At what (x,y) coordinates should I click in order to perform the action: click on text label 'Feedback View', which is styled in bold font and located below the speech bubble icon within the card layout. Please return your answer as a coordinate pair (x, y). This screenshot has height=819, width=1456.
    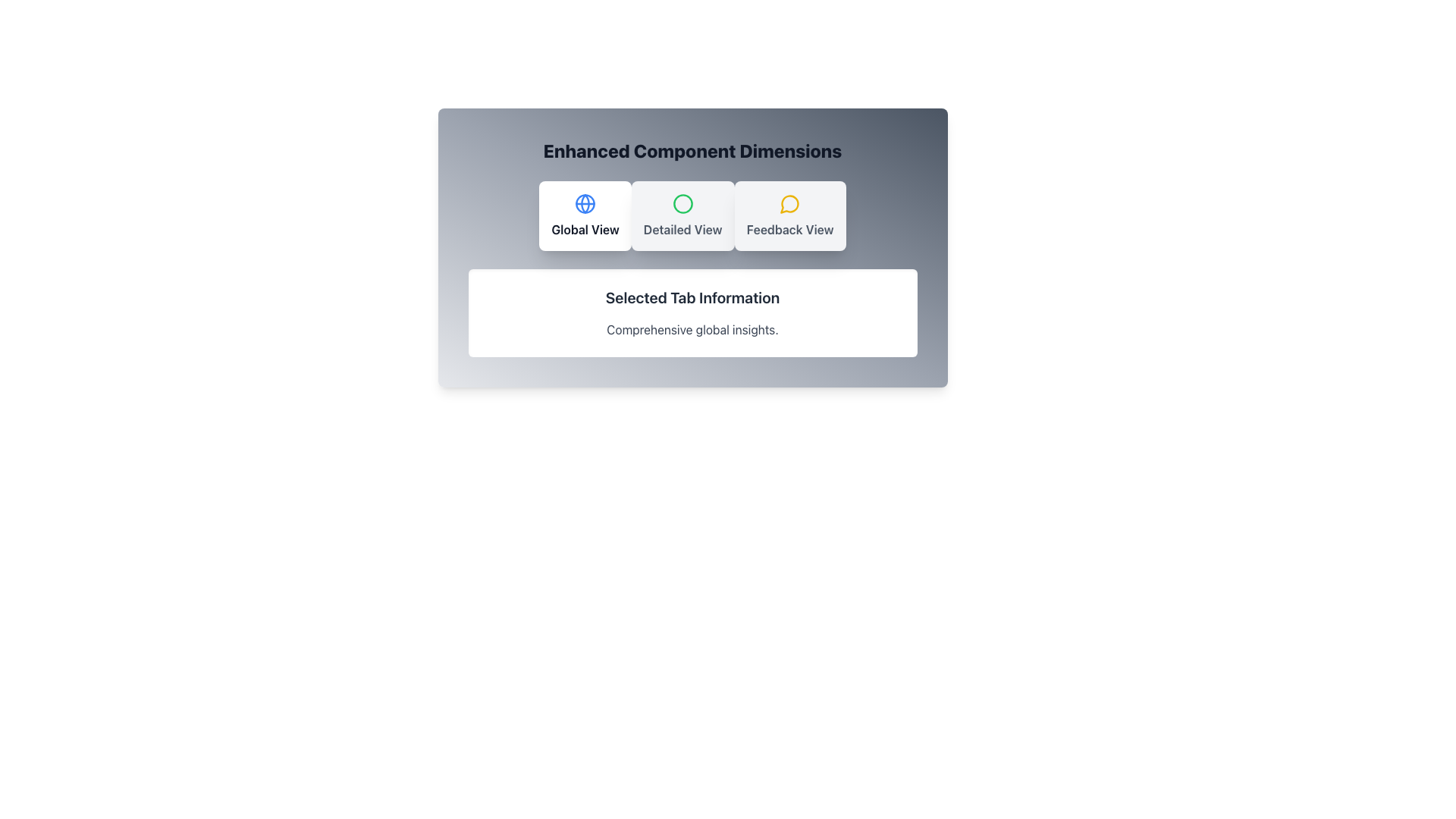
    Looking at the image, I should click on (789, 230).